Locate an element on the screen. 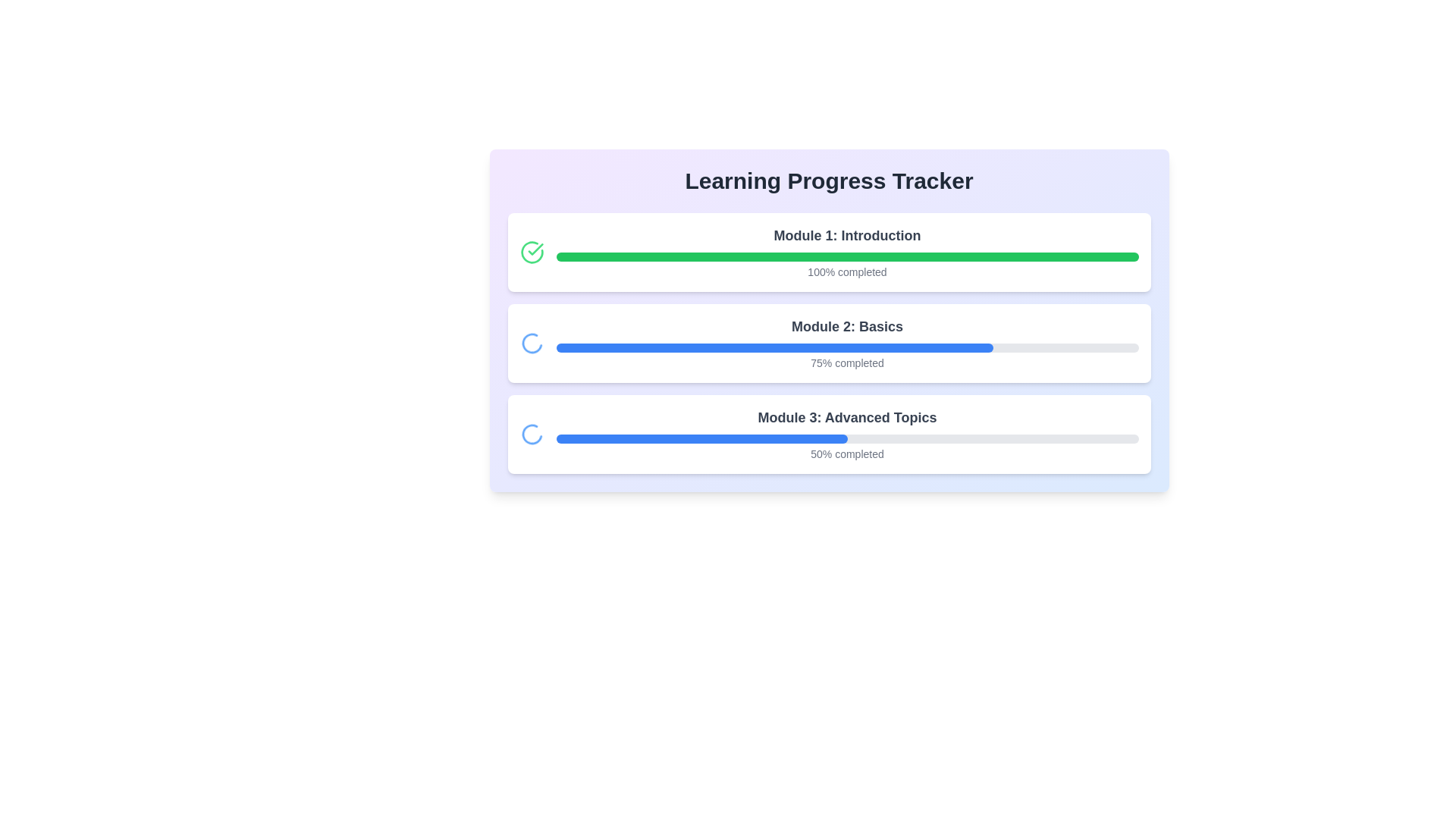 This screenshot has height=819, width=1456. the green progress bar labeled '100% completed' for 'Module 1: Introduction' to interact with the module is located at coordinates (846, 251).